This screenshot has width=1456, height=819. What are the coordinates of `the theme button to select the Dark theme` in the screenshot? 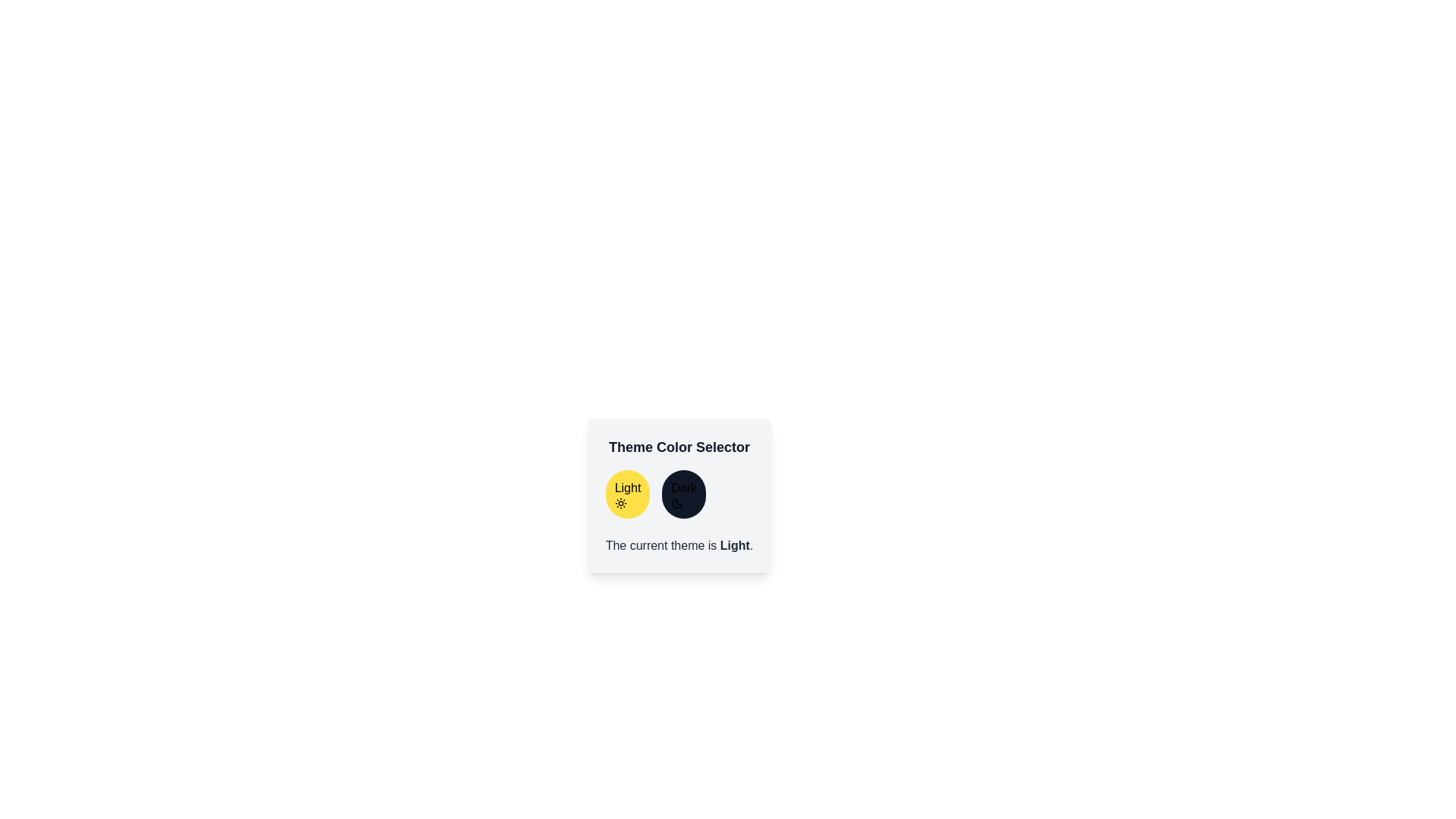 It's located at (683, 494).